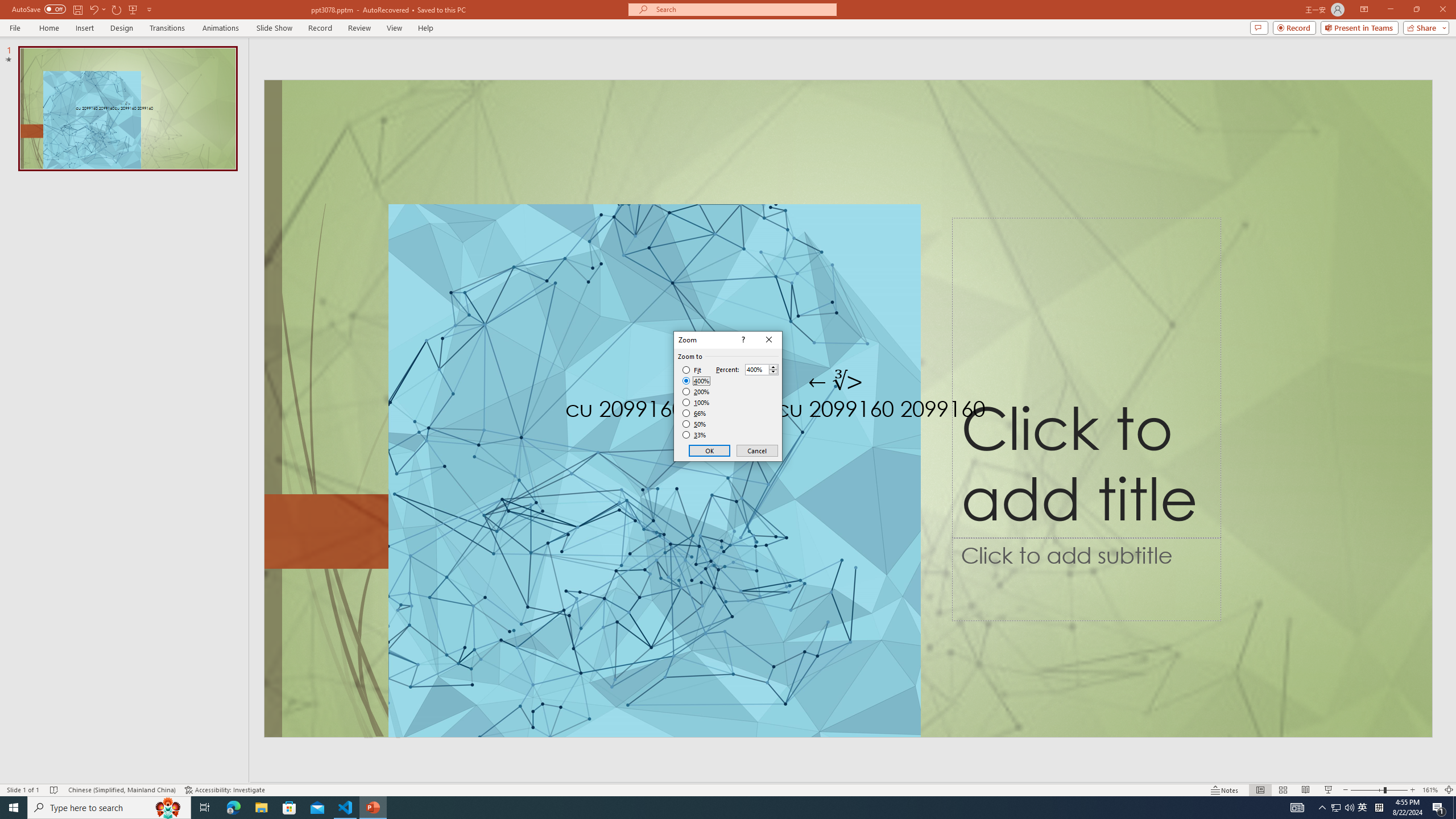  Describe the element at coordinates (696, 392) in the screenshot. I see `'200%'` at that location.